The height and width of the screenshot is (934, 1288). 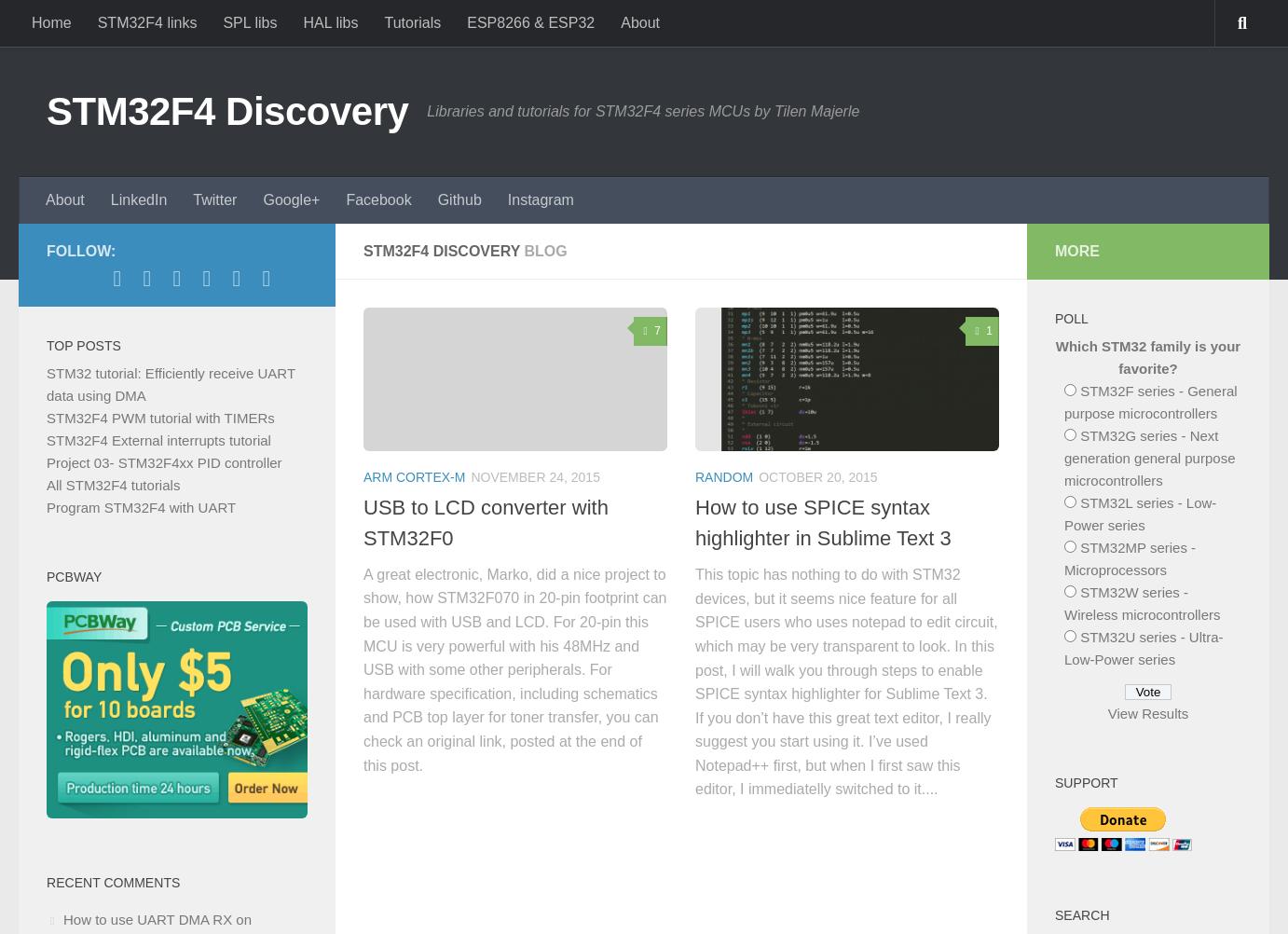 What do you see at coordinates (539, 199) in the screenshot?
I see `'Instagram'` at bounding box center [539, 199].